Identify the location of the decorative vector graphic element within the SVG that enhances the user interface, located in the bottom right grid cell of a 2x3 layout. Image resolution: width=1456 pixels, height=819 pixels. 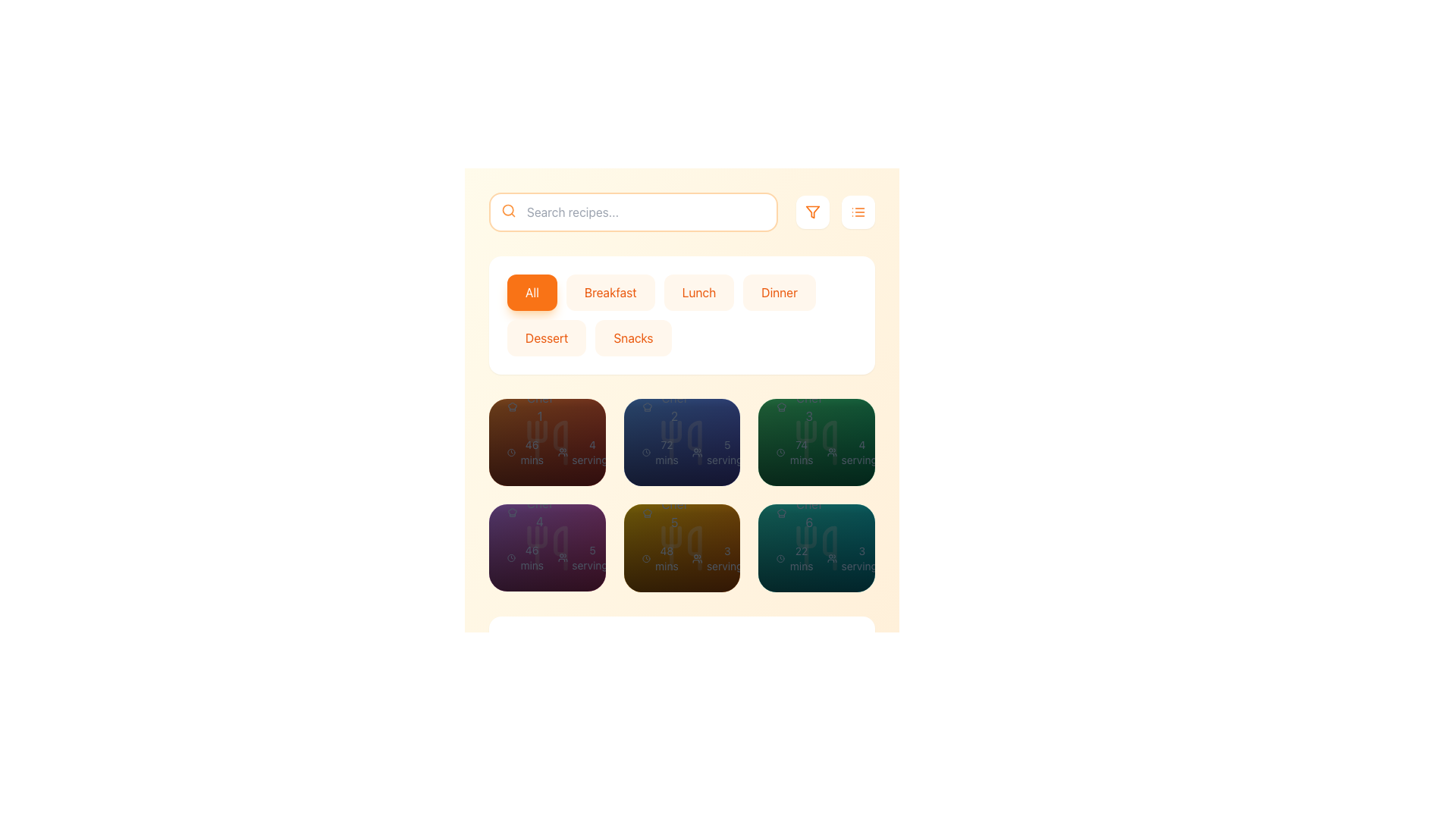
(671, 536).